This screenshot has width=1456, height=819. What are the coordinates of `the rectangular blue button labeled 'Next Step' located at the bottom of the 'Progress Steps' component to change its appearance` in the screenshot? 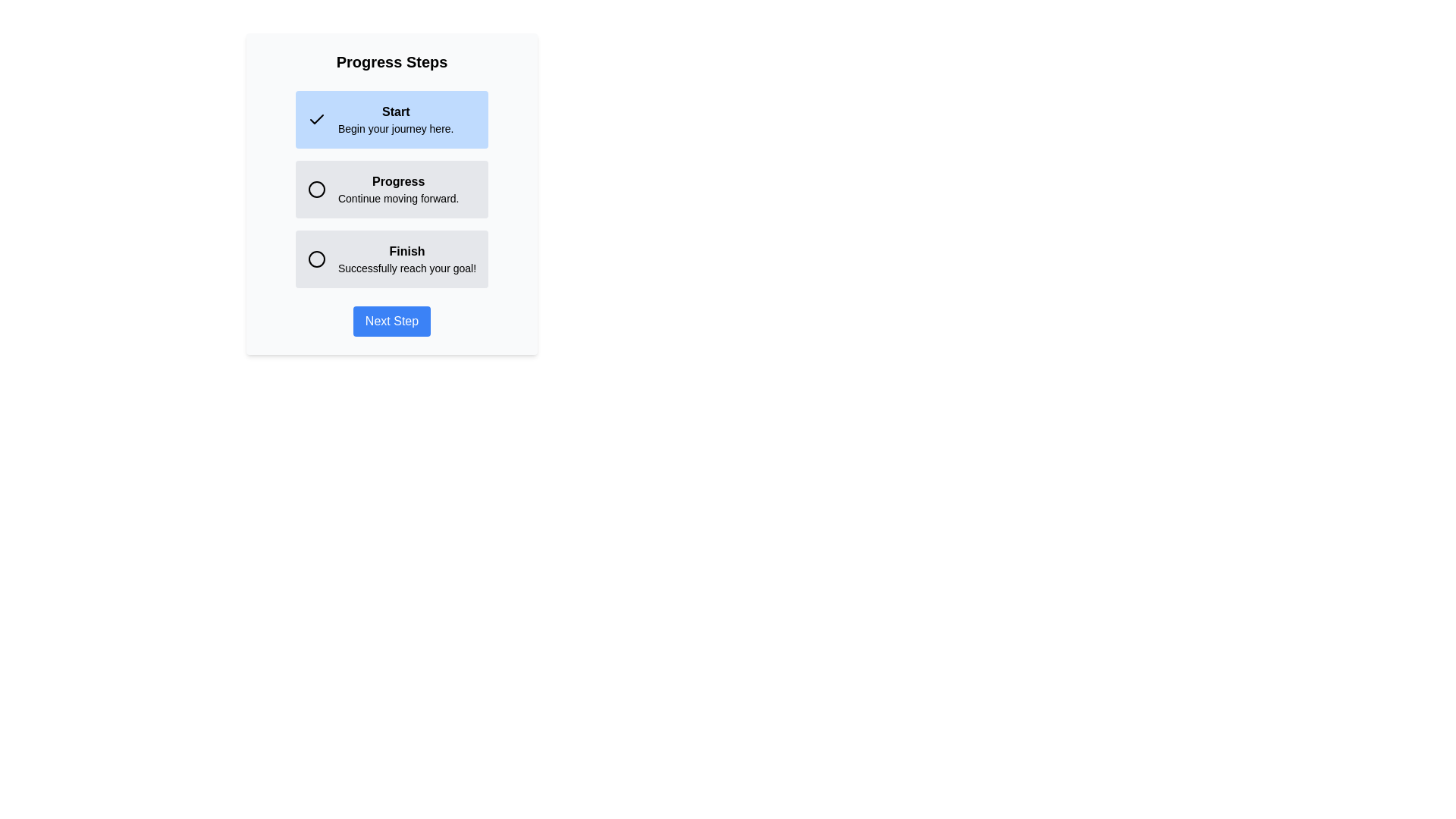 It's located at (392, 321).